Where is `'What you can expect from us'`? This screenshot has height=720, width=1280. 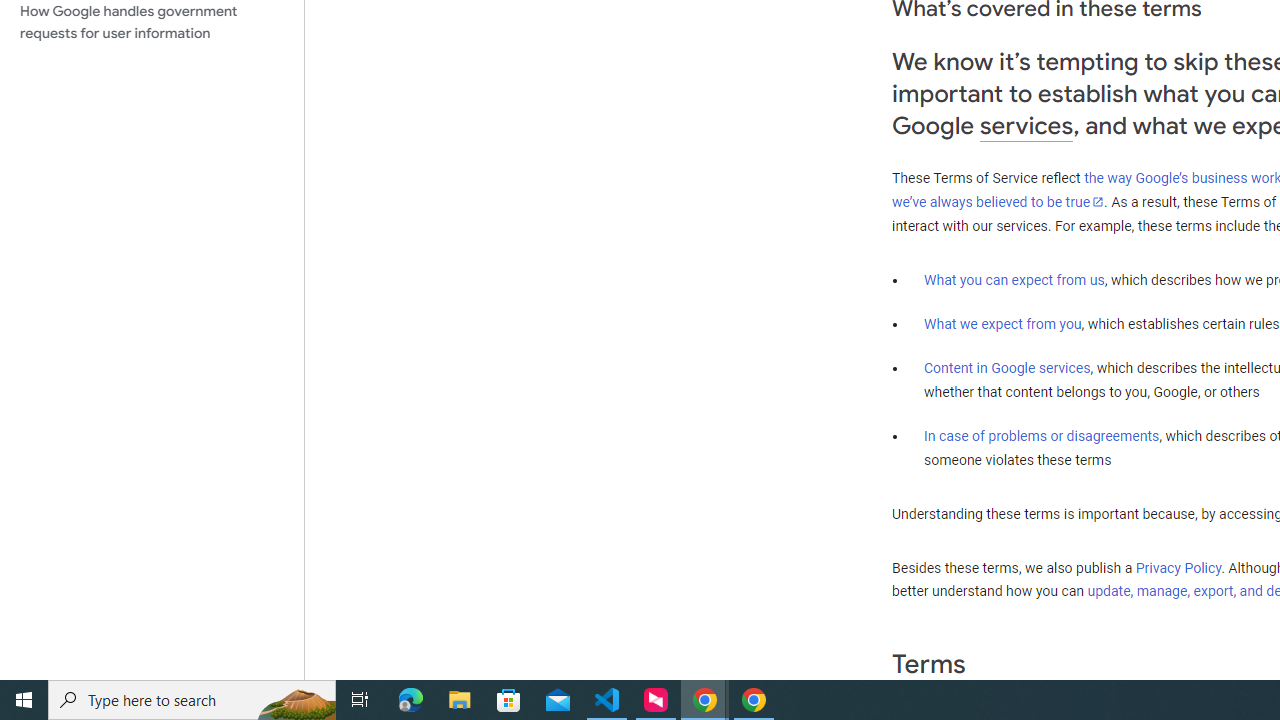 'What you can expect from us' is located at coordinates (1014, 279).